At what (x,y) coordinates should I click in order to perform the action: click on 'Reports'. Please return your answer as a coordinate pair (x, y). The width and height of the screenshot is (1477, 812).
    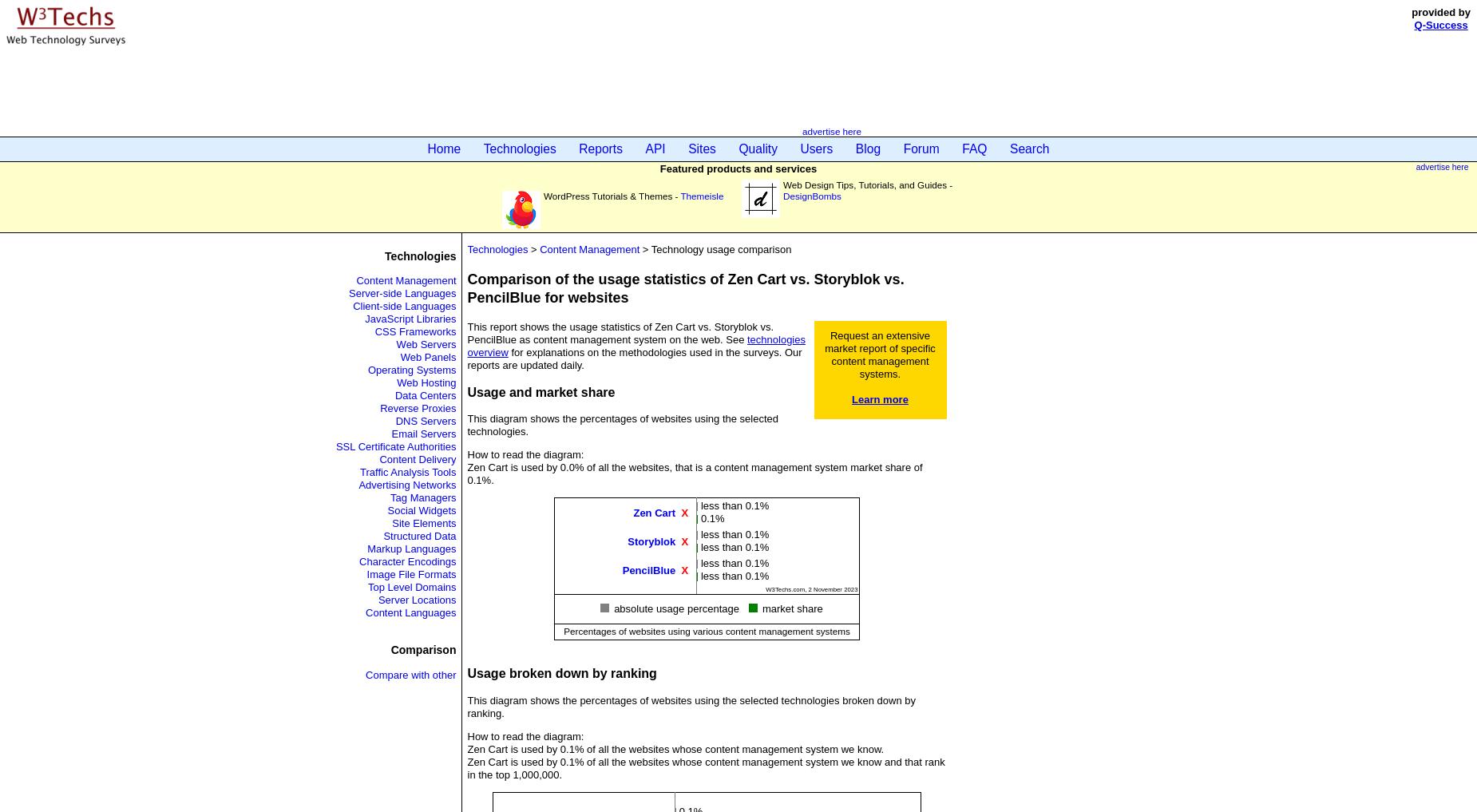
    Looking at the image, I should click on (600, 149).